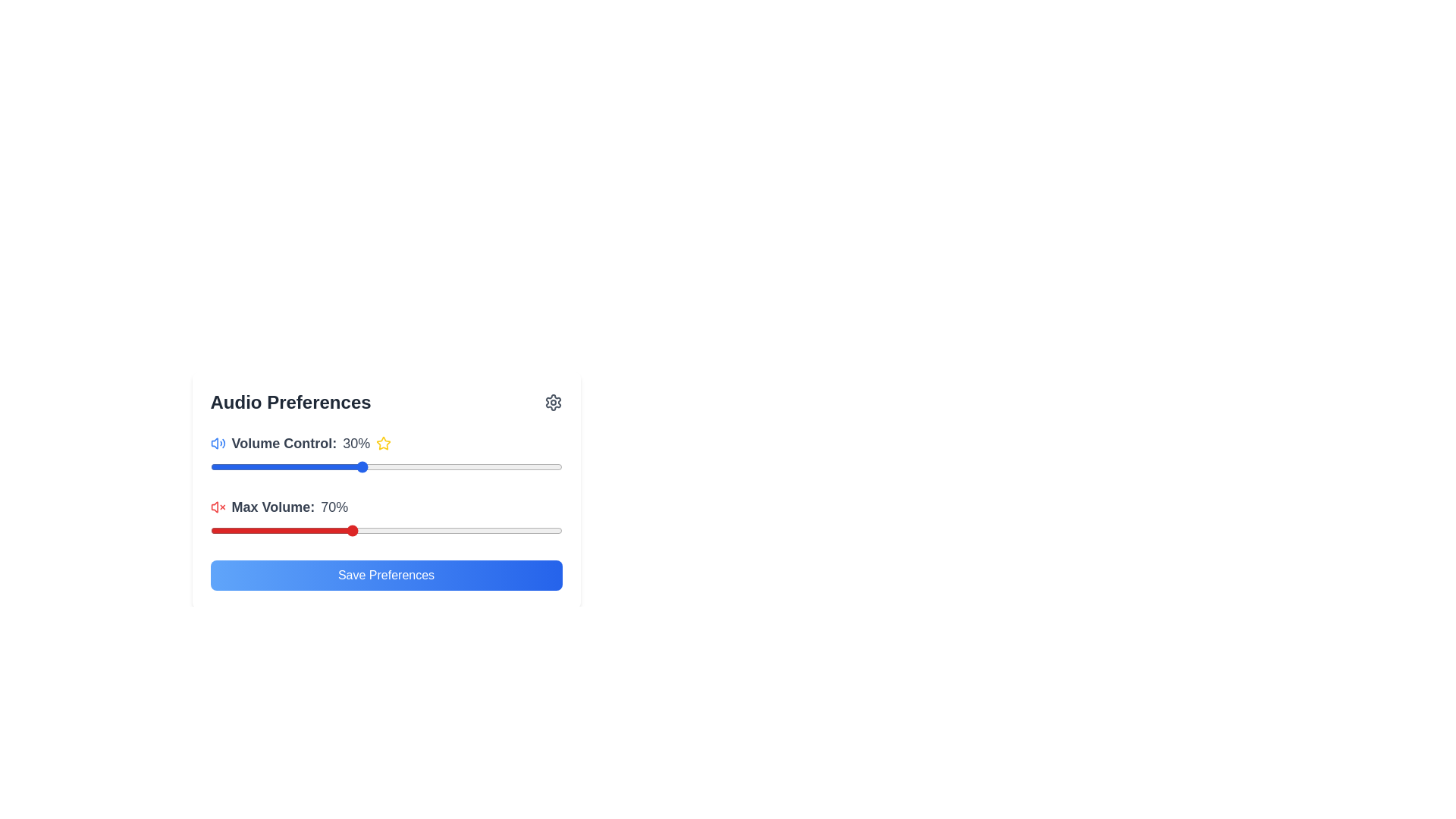 The image size is (1456, 819). I want to click on max volume, so click(441, 529).